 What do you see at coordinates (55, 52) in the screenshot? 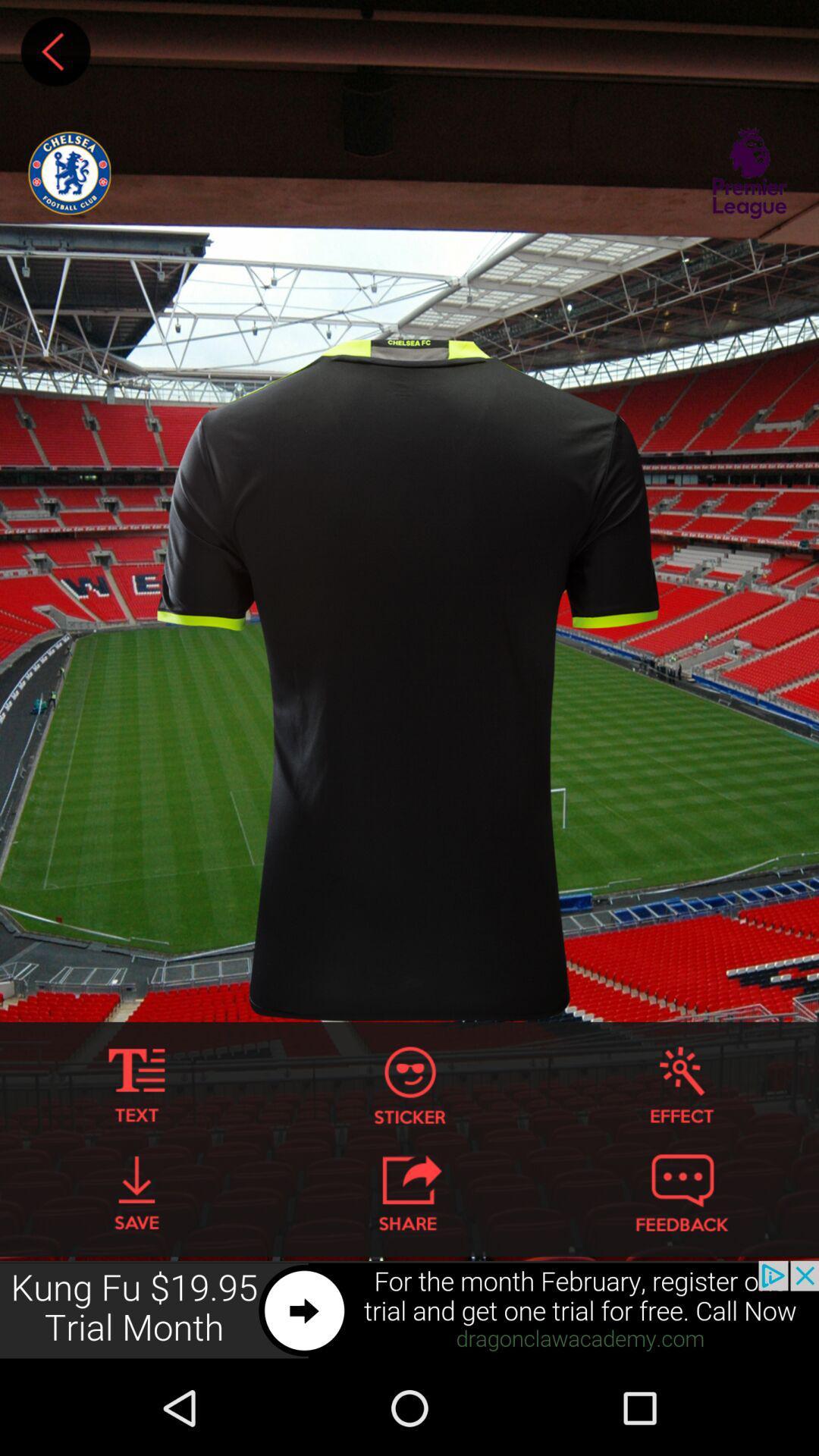
I see `go back` at bounding box center [55, 52].